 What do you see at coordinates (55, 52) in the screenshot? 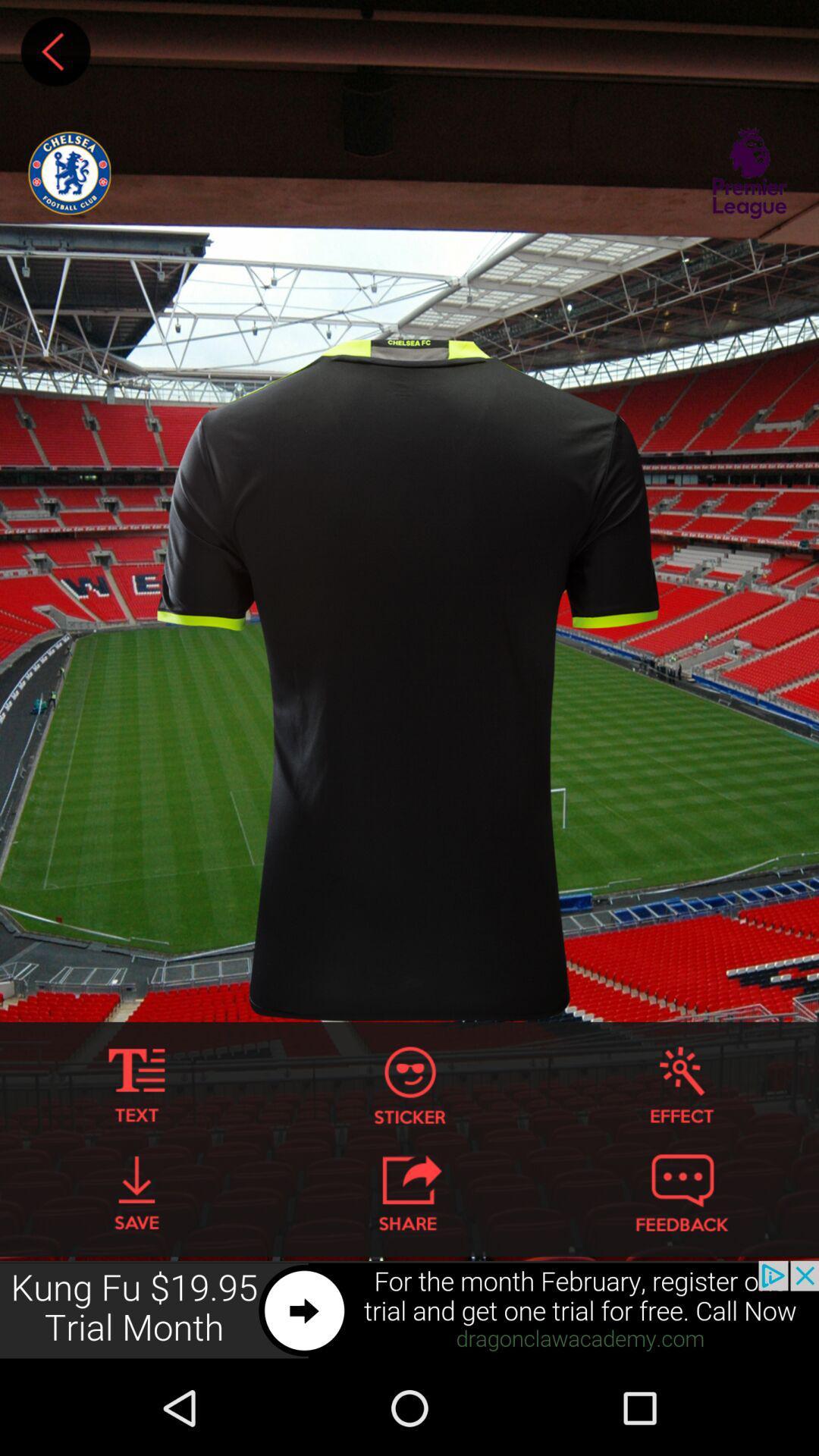
I see `go back` at bounding box center [55, 52].